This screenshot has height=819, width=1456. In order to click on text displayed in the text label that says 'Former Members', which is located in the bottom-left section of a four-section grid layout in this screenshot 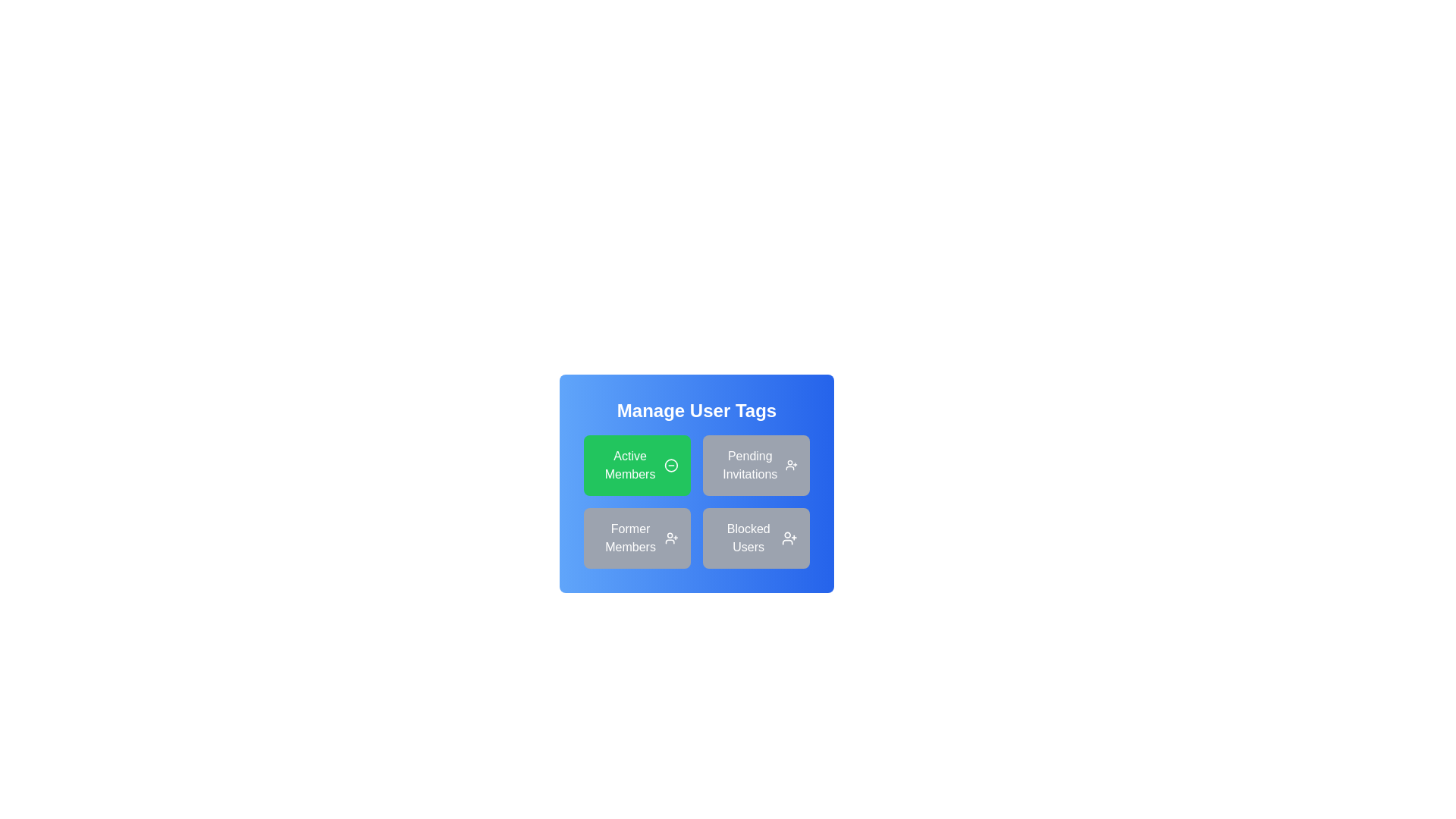, I will do `click(630, 537)`.